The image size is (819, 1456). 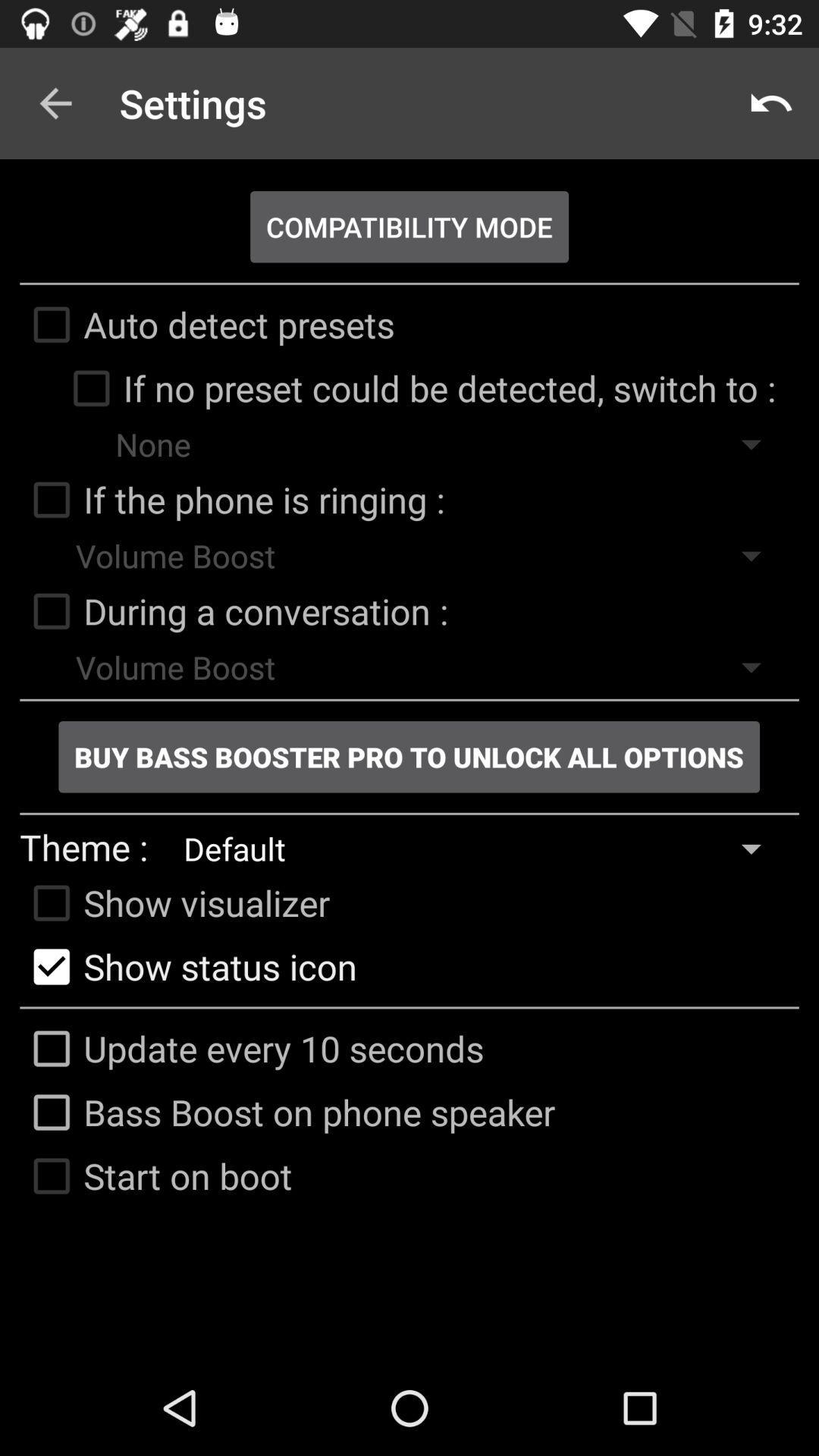 What do you see at coordinates (409, 226) in the screenshot?
I see `compatibility mode` at bounding box center [409, 226].